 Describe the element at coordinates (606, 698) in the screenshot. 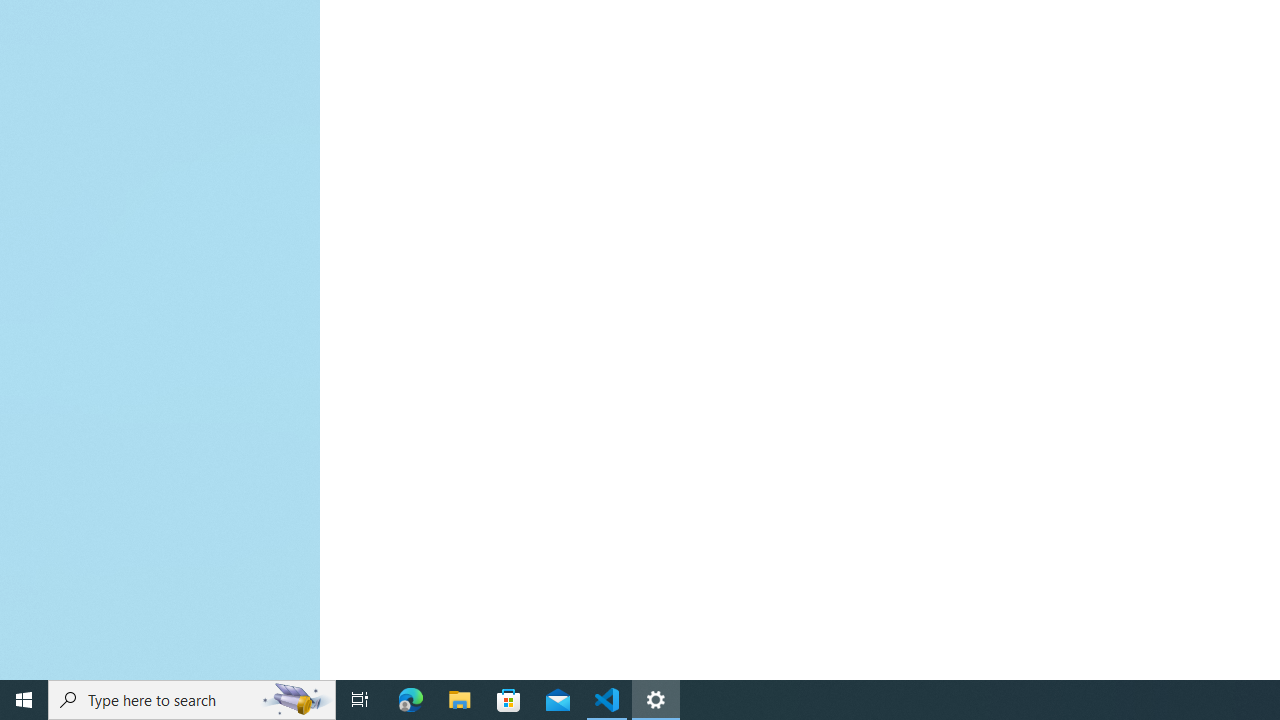

I see `'Visual Studio Code - 1 running window'` at that location.